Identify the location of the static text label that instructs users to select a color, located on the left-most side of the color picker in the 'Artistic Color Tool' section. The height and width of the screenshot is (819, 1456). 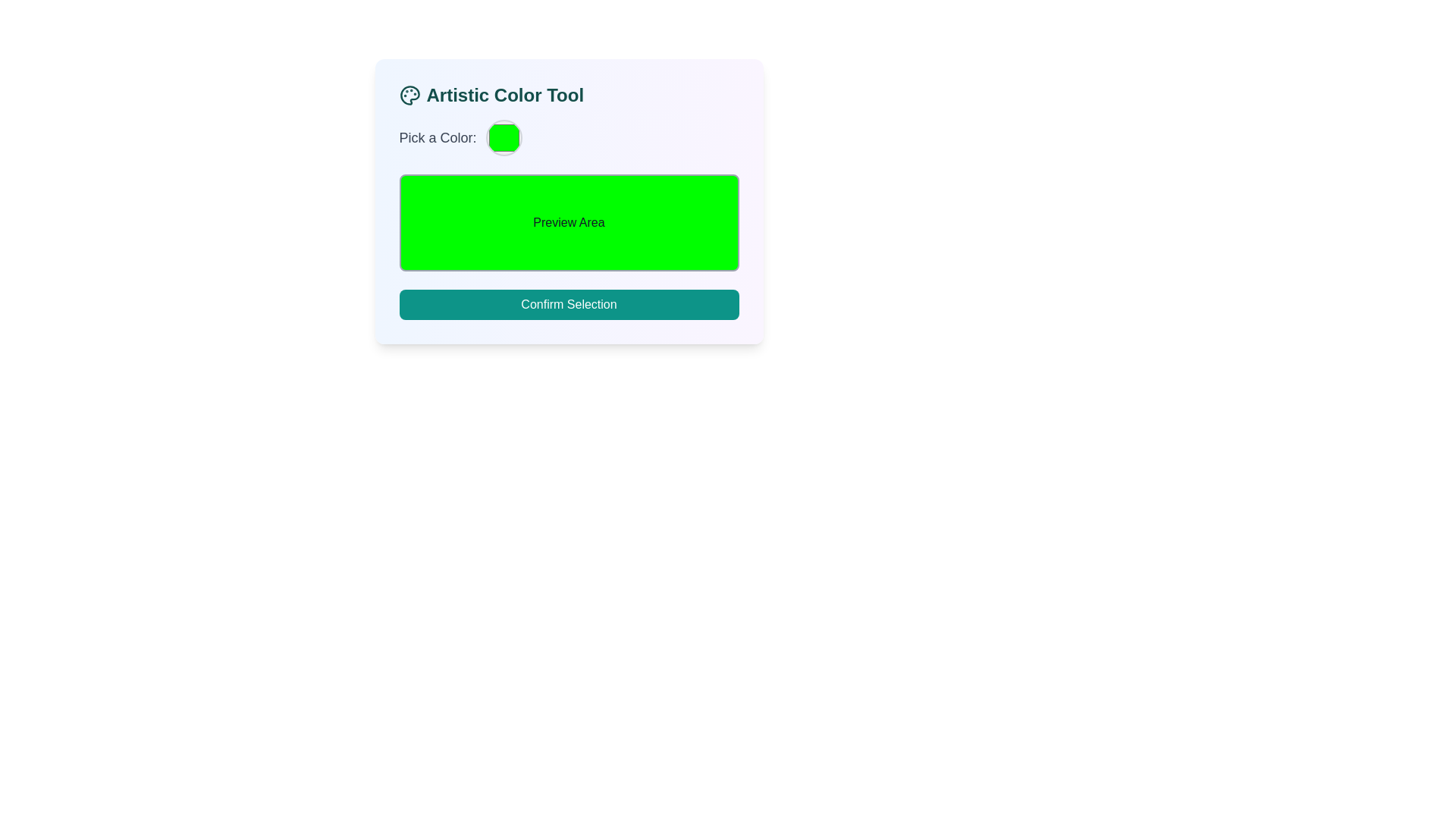
(437, 137).